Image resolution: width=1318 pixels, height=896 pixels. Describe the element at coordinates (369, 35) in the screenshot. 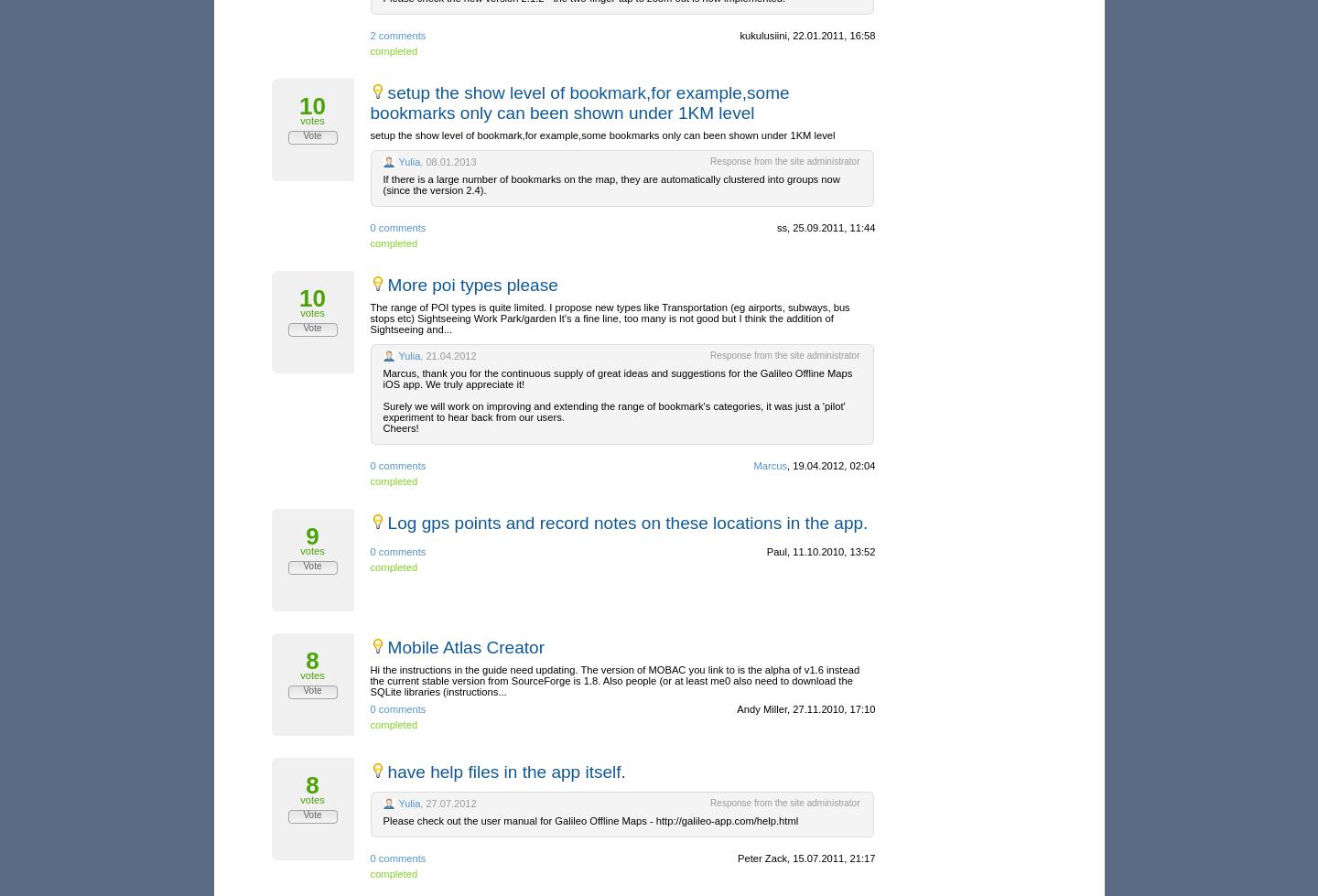

I see `'2 comments'` at that location.